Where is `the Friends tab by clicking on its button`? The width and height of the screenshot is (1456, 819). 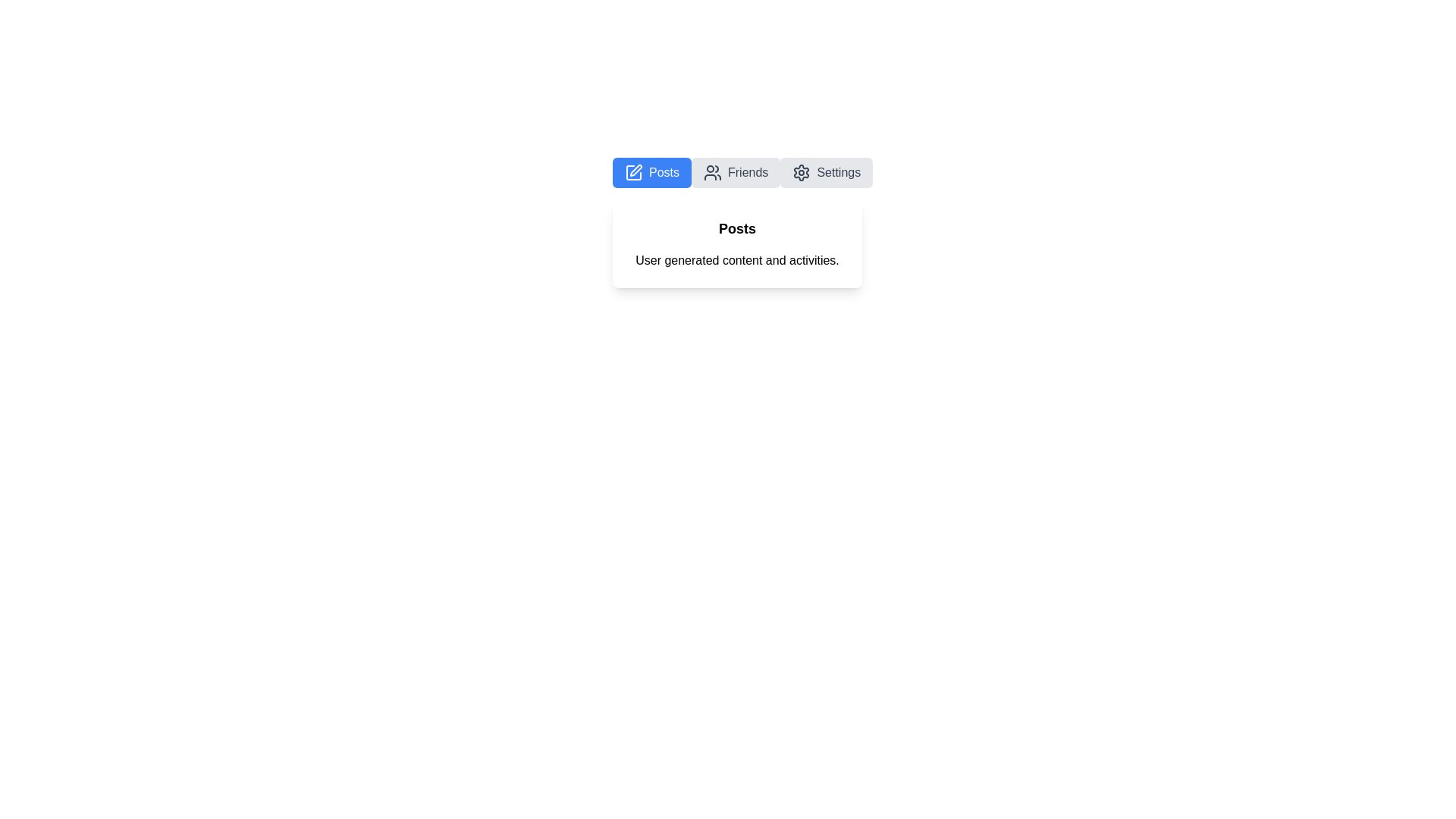
the Friends tab by clicking on its button is located at coordinates (735, 171).